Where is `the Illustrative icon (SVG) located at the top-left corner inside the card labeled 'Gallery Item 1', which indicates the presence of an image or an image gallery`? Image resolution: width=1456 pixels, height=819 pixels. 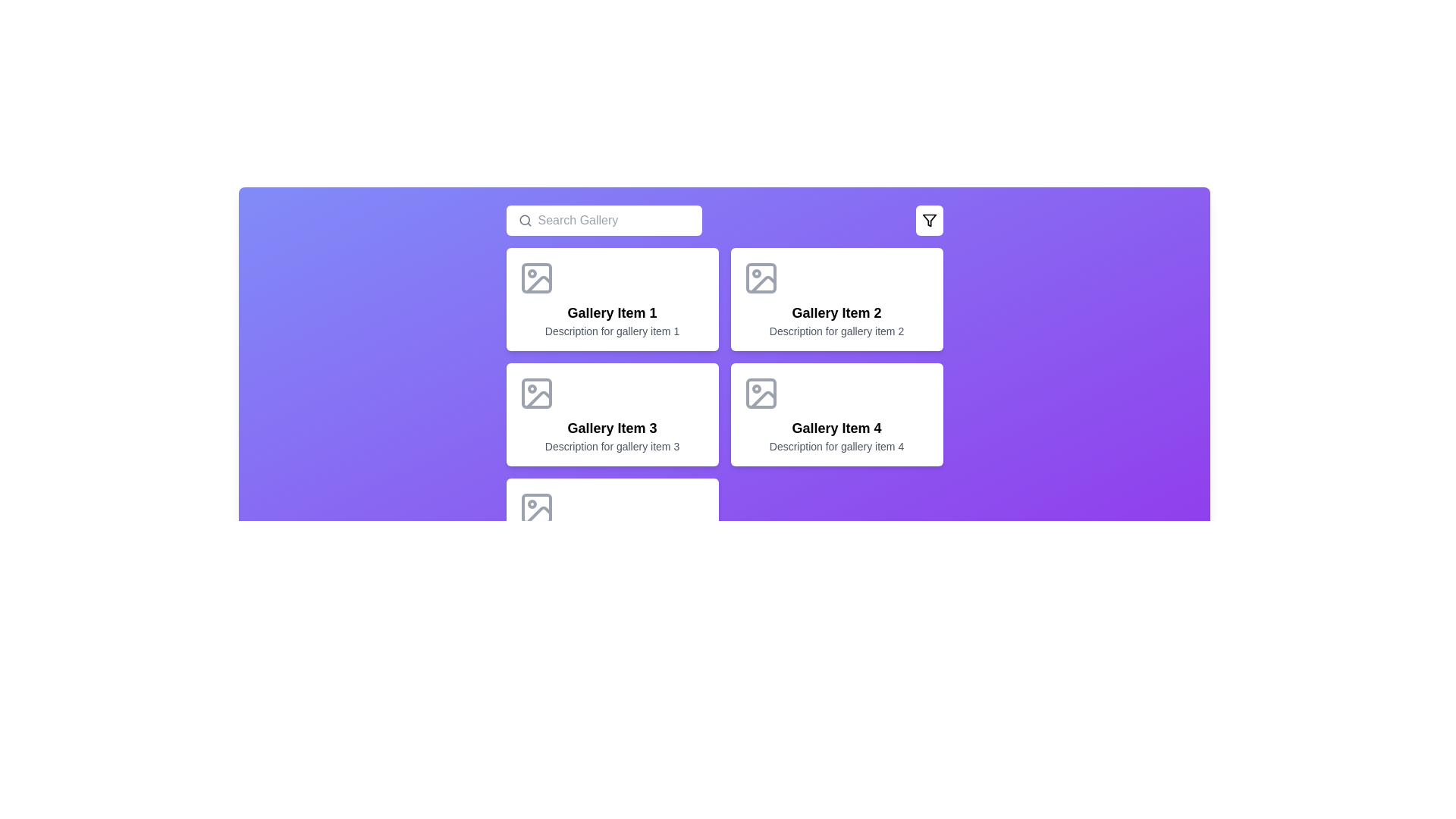 the Illustrative icon (SVG) located at the top-left corner inside the card labeled 'Gallery Item 1', which indicates the presence of an image or an image gallery is located at coordinates (536, 278).